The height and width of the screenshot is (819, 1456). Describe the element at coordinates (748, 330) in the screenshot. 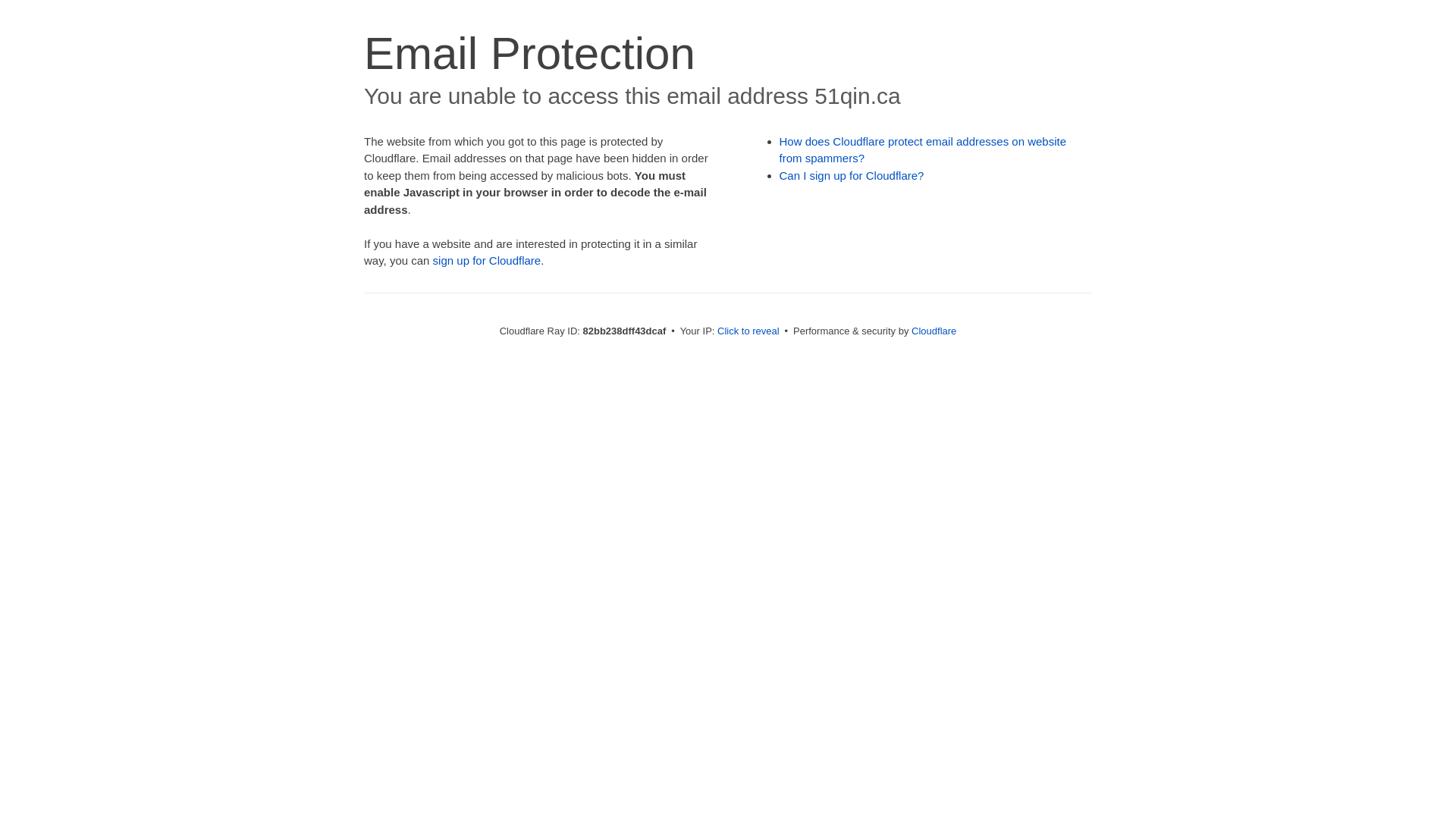

I see `'Click to reveal'` at that location.